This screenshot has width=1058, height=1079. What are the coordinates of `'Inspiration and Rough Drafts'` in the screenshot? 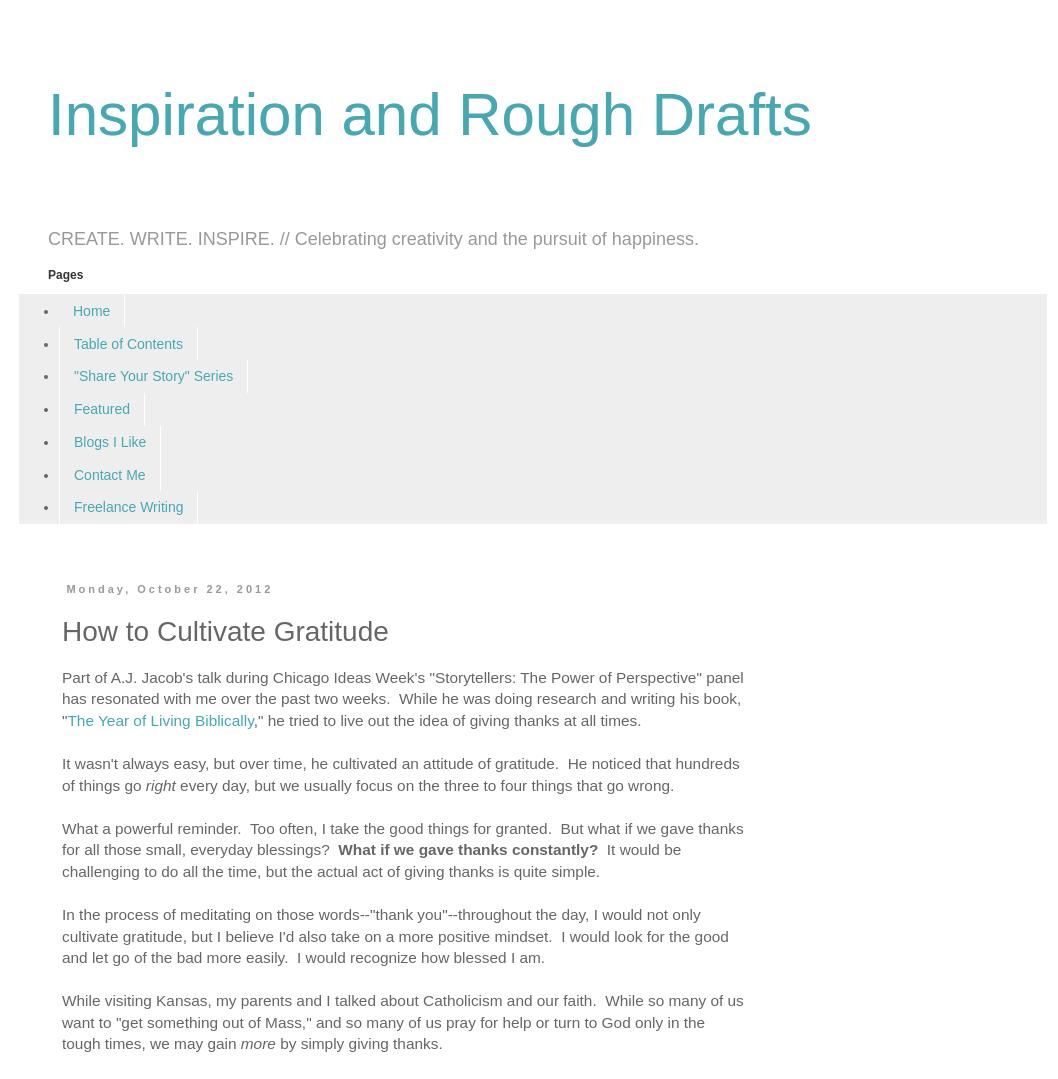 It's located at (429, 114).